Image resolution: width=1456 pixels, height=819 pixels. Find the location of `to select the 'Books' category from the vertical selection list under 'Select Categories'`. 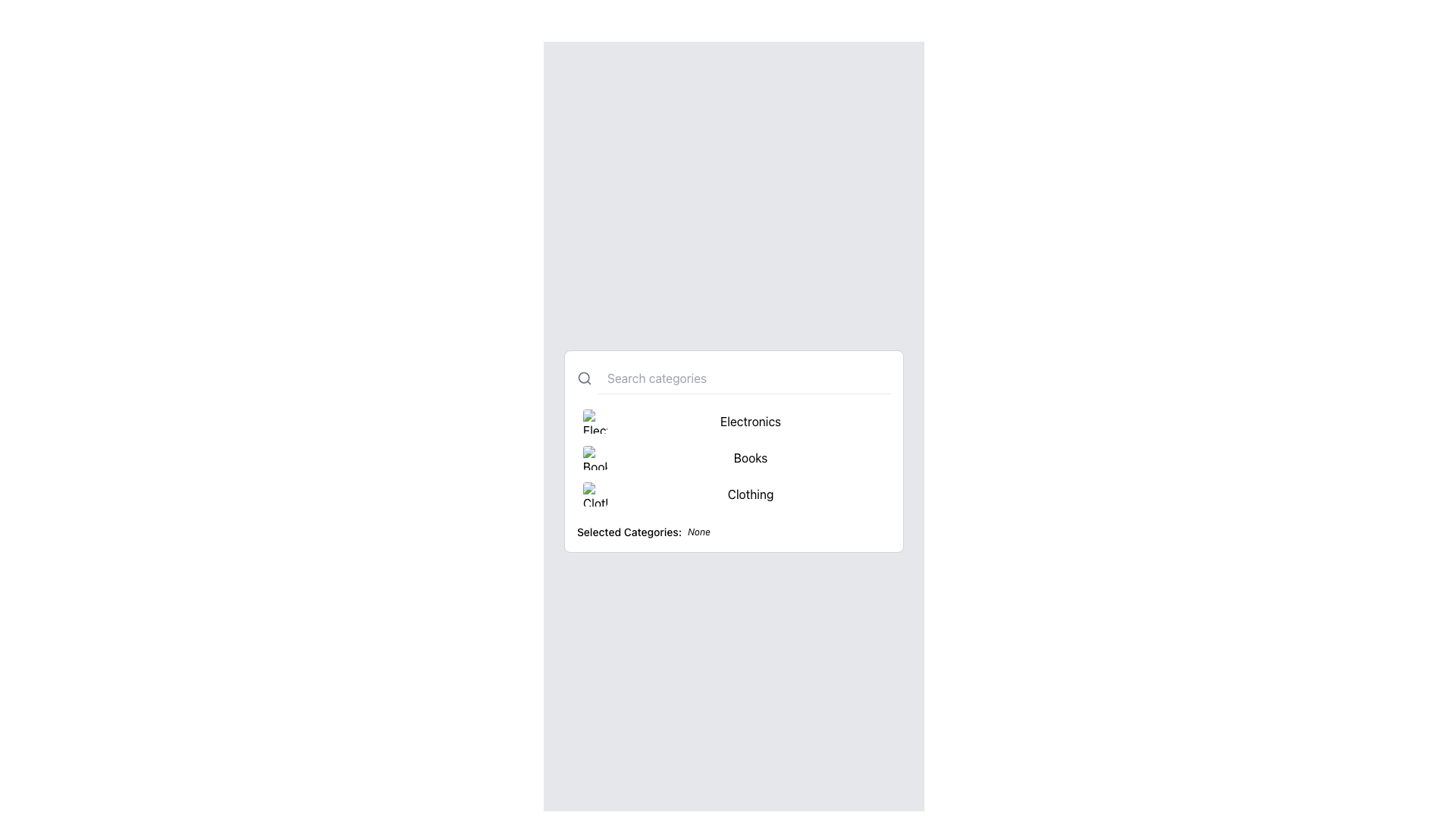

to select the 'Books' category from the vertical selection list under 'Select Categories' is located at coordinates (734, 457).